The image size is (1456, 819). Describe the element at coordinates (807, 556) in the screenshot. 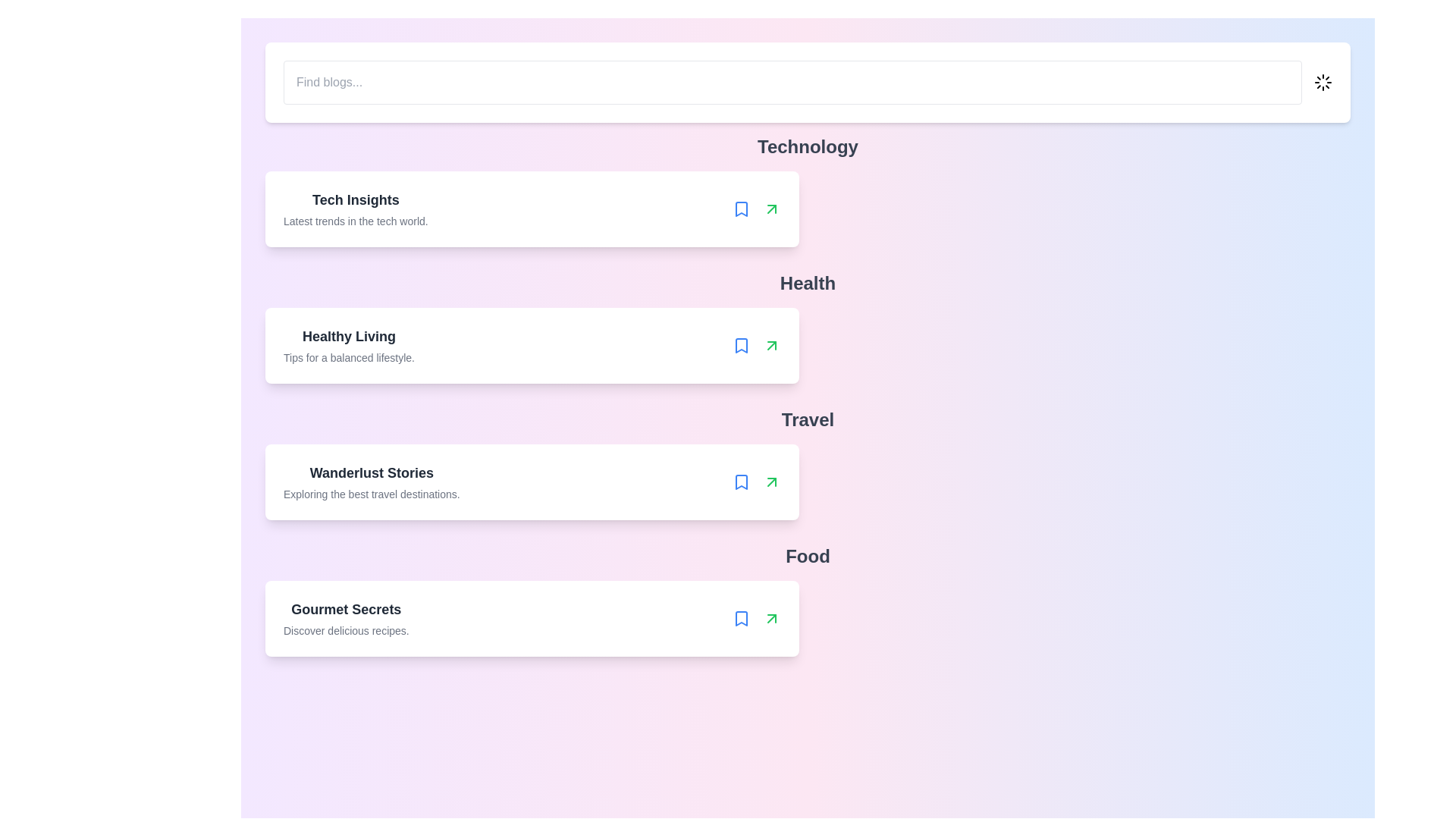

I see `the section heading that indicates the category for the content below it, located near the bottom of a section list, right above the 'Gourmet Secrets' subheading` at that location.